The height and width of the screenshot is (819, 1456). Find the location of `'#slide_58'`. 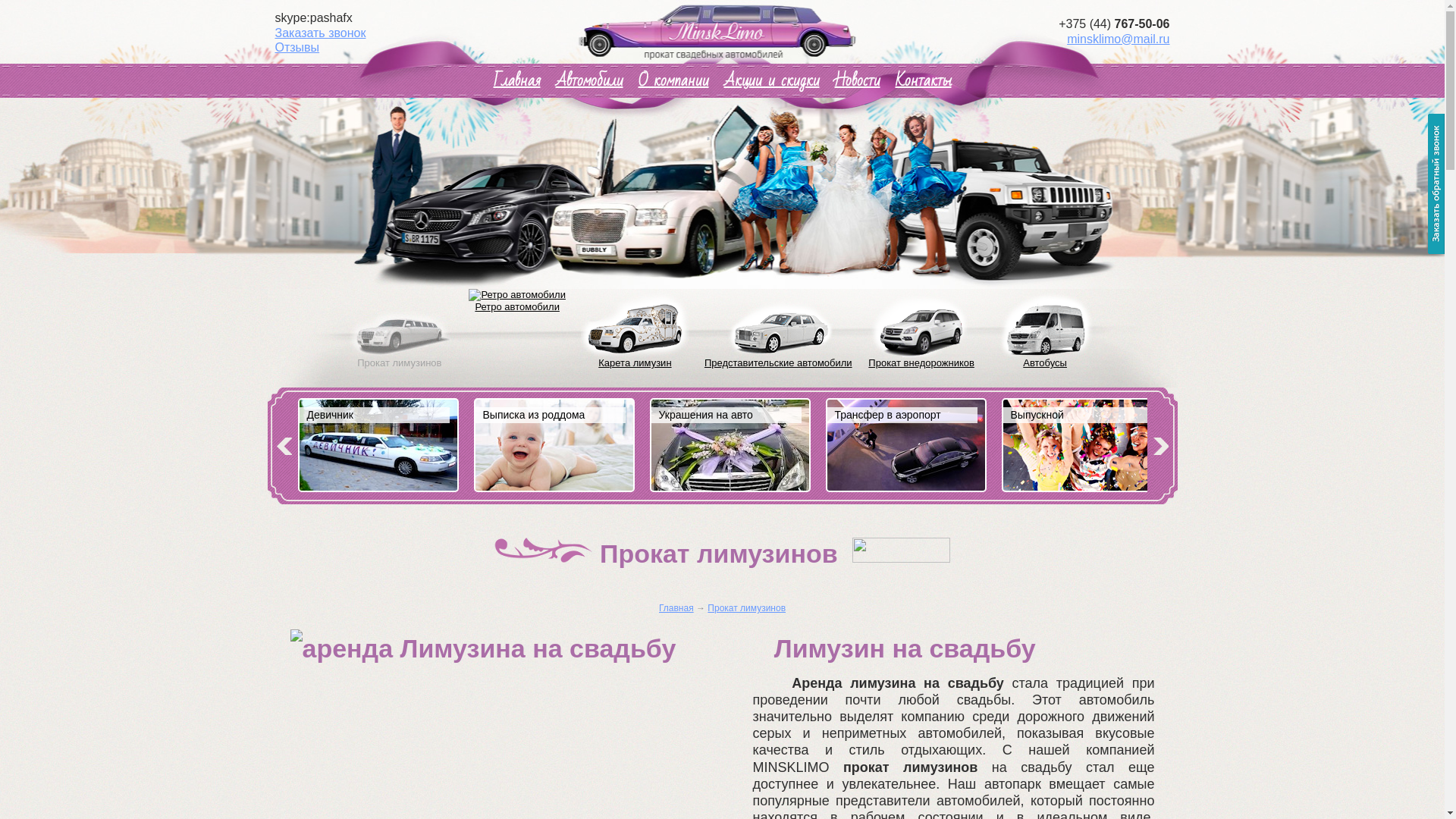

'#slide_58' is located at coordinates (1002, 446).